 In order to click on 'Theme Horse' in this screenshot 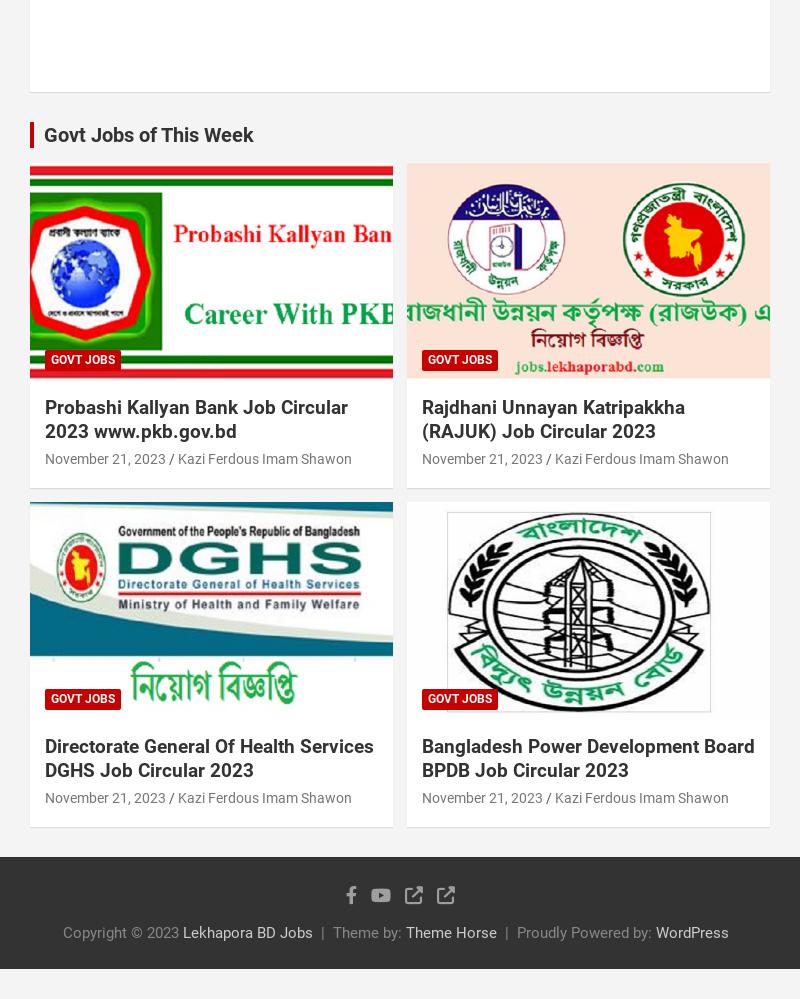, I will do `click(450, 931)`.